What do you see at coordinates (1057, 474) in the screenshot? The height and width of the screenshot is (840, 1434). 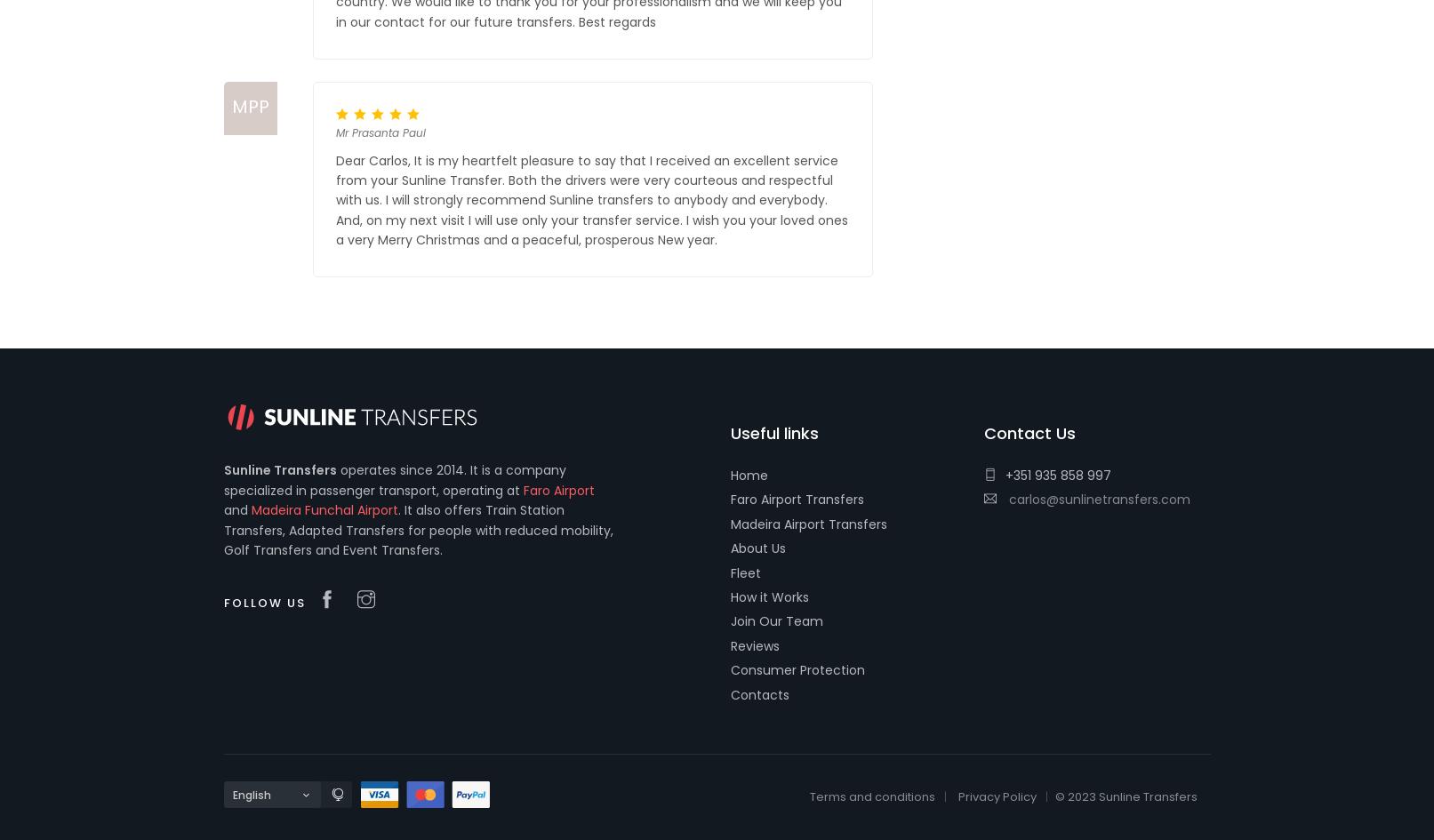 I see `'+351 935 858 997'` at bounding box center [1057, 474].